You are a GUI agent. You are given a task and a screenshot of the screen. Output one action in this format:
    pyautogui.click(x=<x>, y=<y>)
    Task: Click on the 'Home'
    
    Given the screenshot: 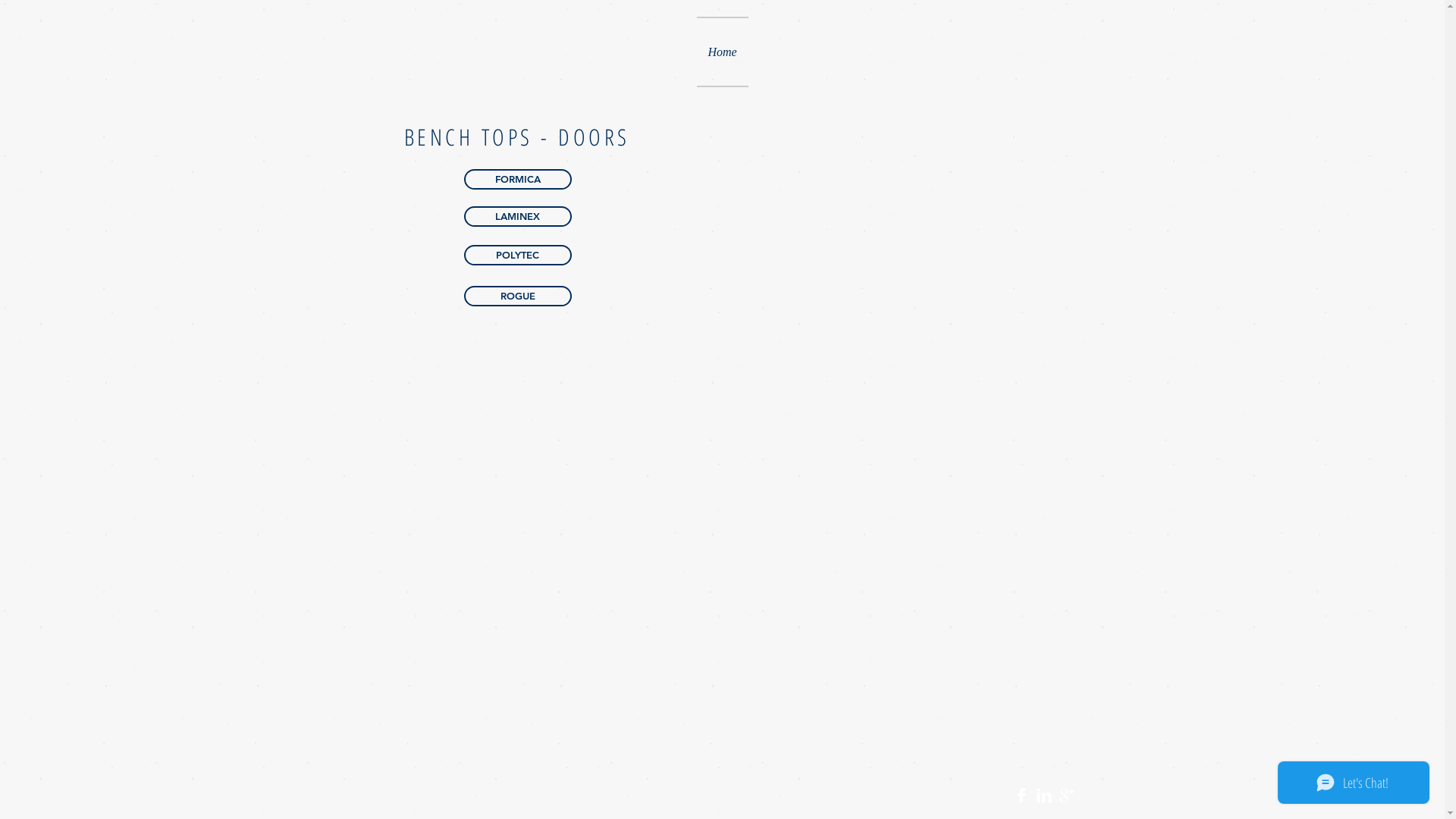 What is the action you would take?
    pyautogui.click(x=720, y=51)
    